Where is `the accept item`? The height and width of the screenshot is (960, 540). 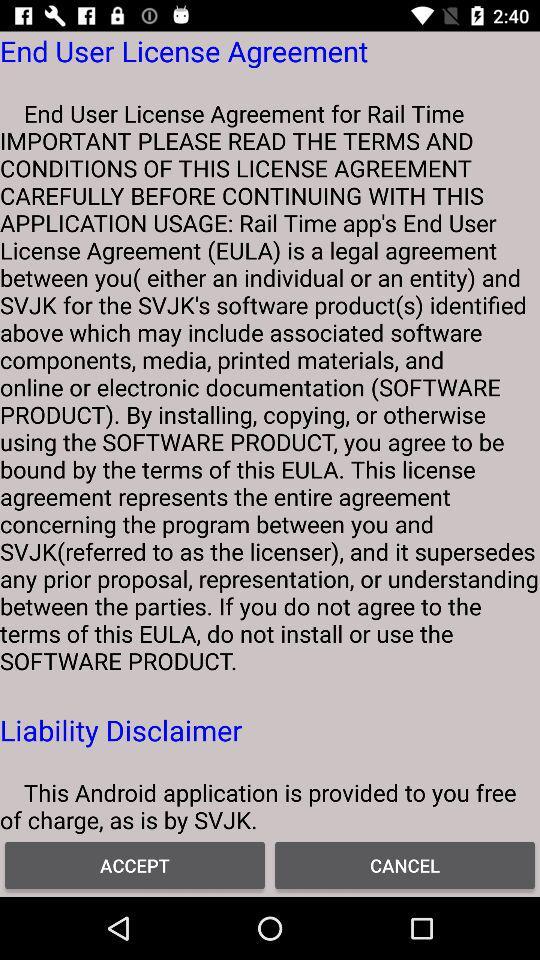
the accept item is located at coordinates (135, 864).